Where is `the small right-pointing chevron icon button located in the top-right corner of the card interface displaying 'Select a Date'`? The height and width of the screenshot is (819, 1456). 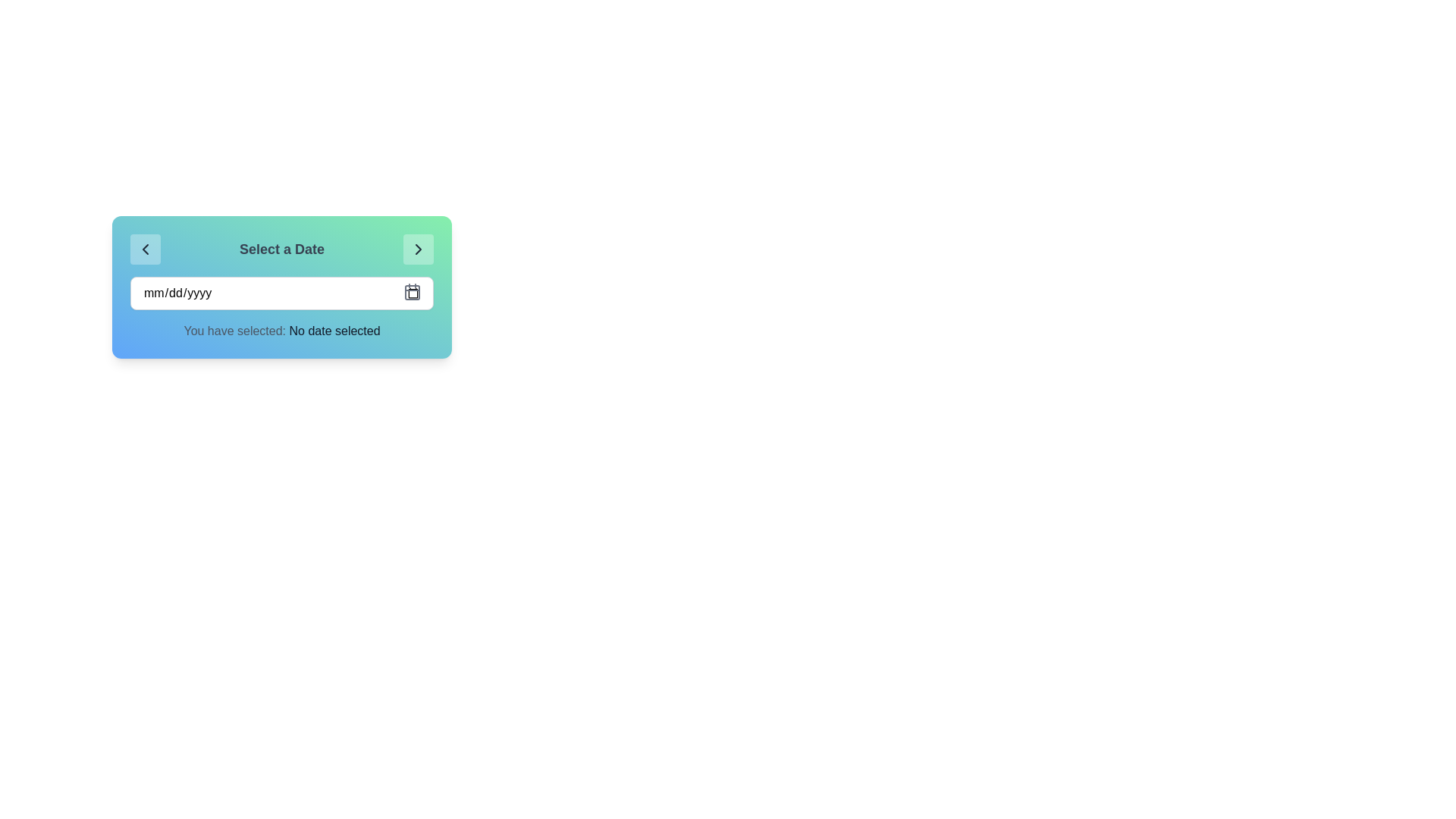
the small right-pointing chevron icon button located in the top-right corner of the card interface displaying 'Select a Date' is located at coordinates (419, 248).